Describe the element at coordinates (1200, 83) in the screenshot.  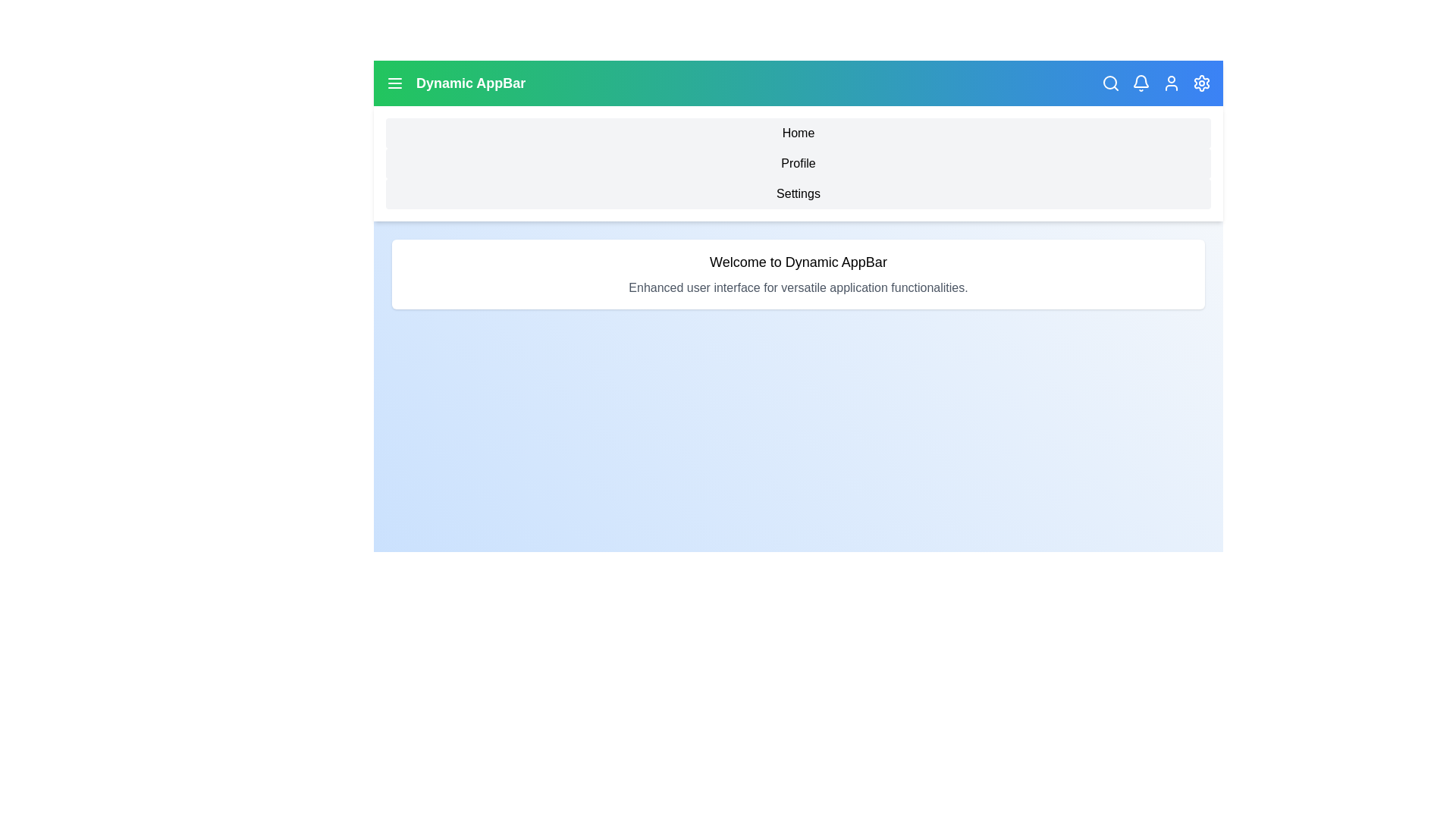
I see `the settings icon in the app bar` at that location.